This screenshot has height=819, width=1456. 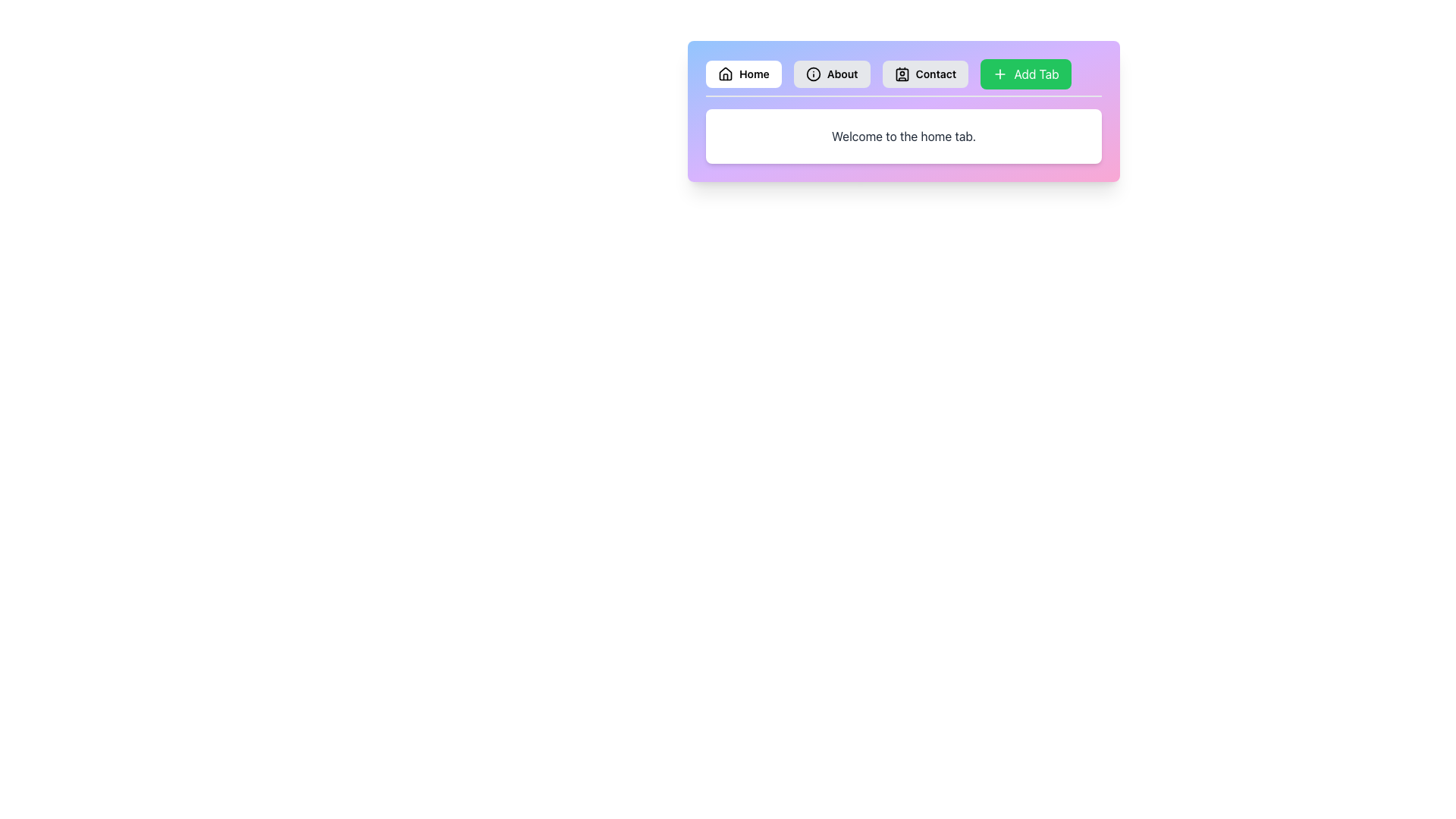 What do you see at coordinates (924, 74) in the screenshot?
I see `the 'Contact' button, which is a rectangular button with rounded corners, located in the horizontal navigation bar between the 'About' and 'Add Tab' buttons` at bounding box center [924, 74].